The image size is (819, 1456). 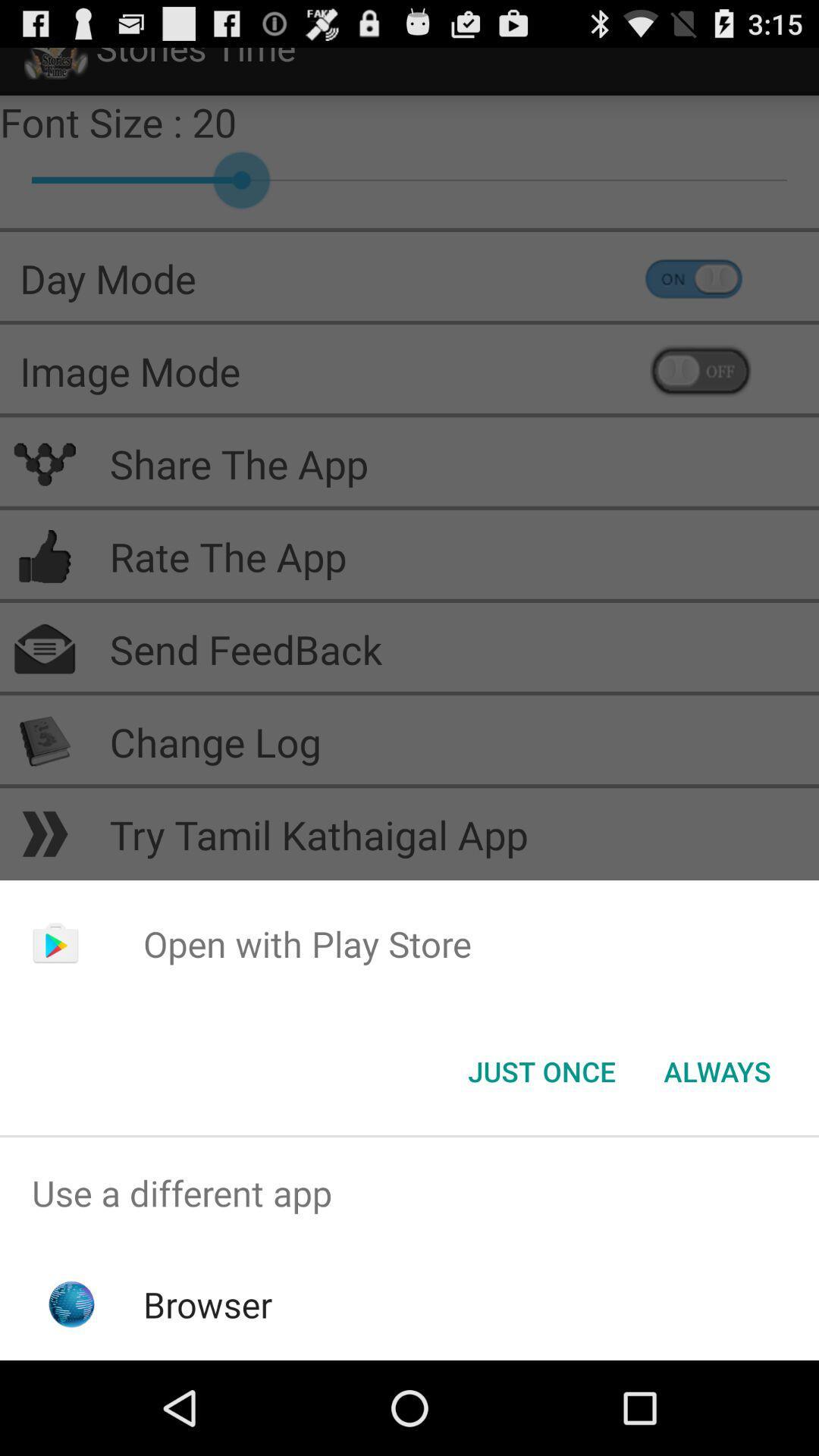 What do you see at coordinates (208, 1304) in the screenshot?
I see `the browser item` at bounding box center [208, 1304].